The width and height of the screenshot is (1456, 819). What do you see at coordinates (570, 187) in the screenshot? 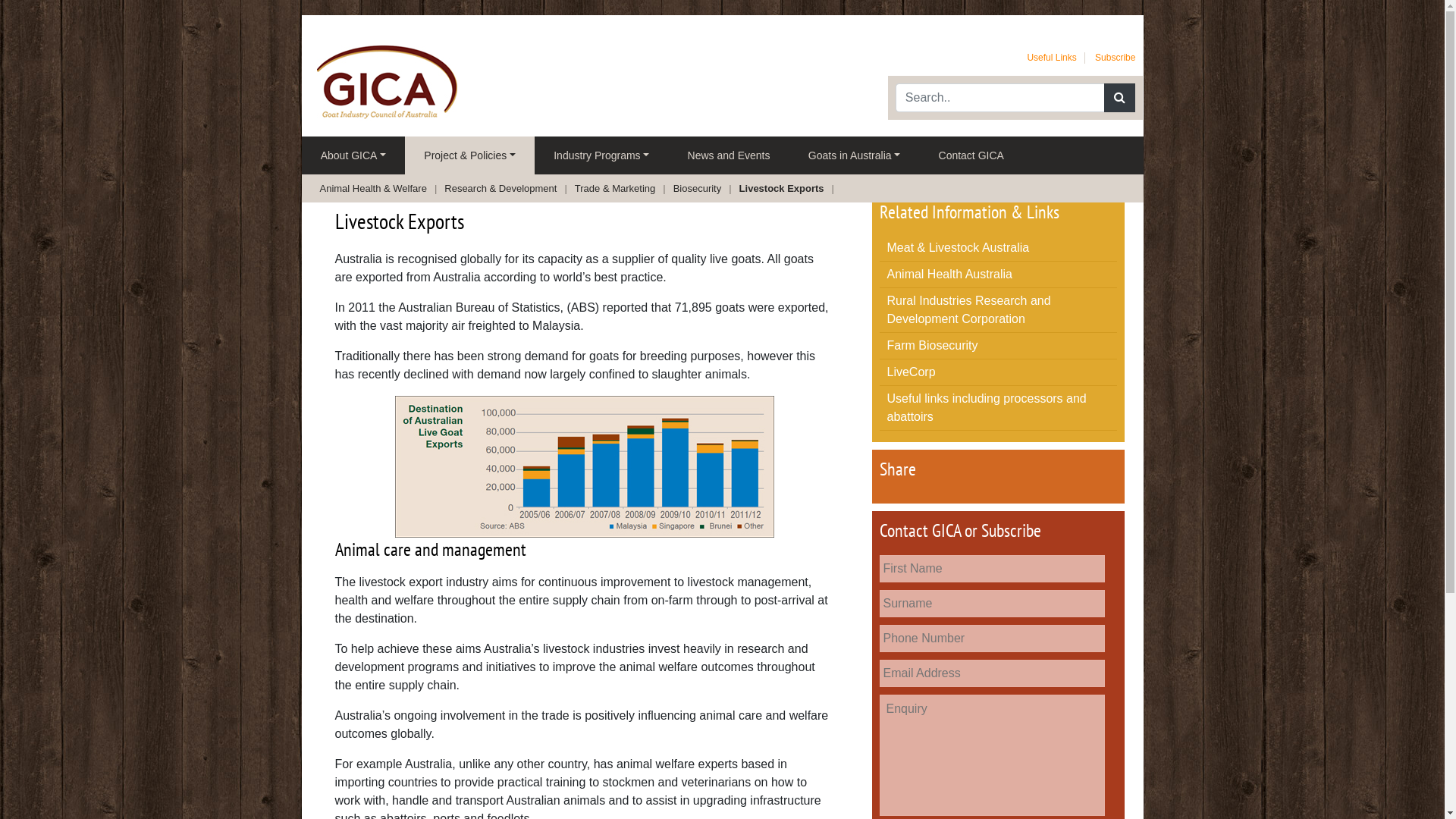
I see `'Trade & Marketing'` at bounding box center [570, 187].